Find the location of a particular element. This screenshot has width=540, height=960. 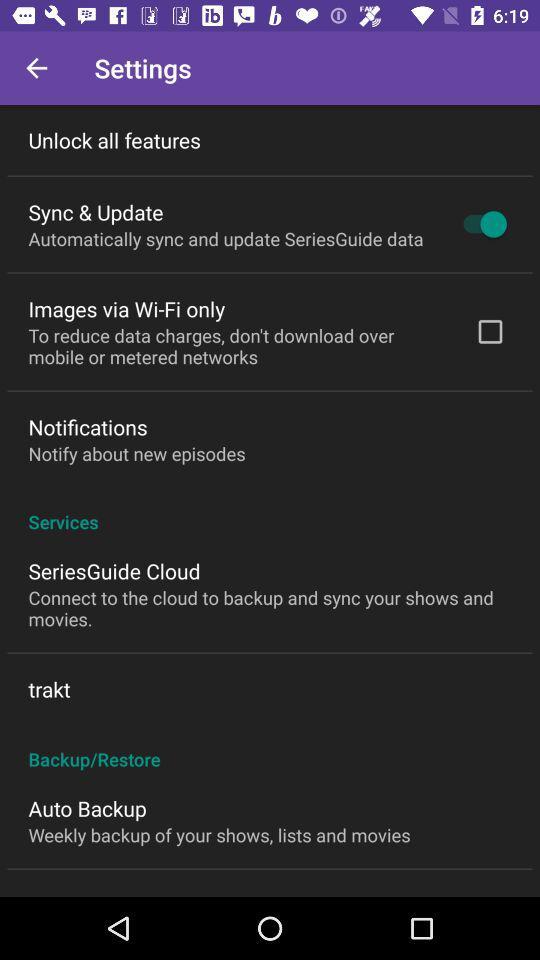

images via wi is located at coordinates (126, 309).